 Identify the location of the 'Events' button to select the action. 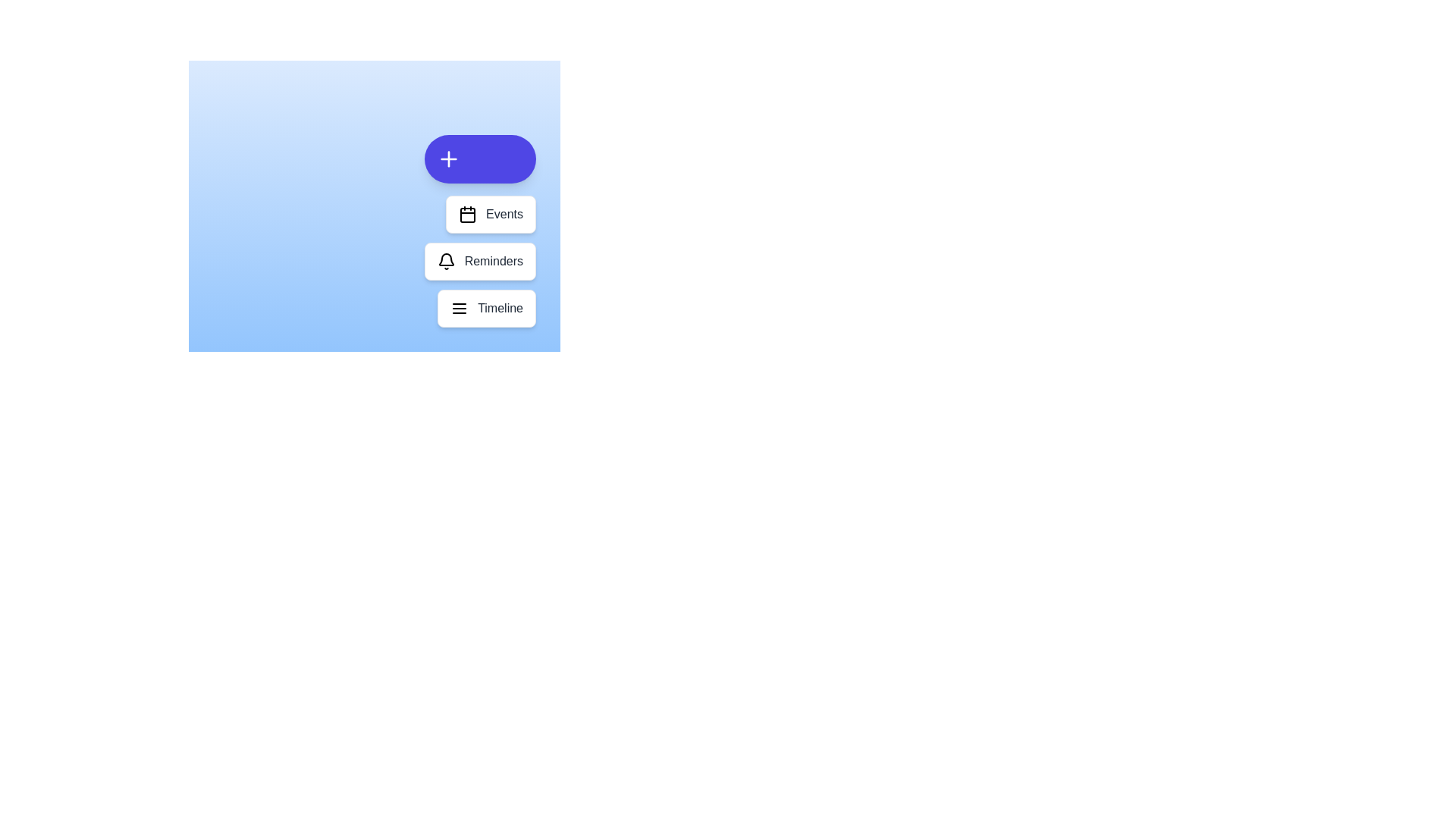
(491, 214).